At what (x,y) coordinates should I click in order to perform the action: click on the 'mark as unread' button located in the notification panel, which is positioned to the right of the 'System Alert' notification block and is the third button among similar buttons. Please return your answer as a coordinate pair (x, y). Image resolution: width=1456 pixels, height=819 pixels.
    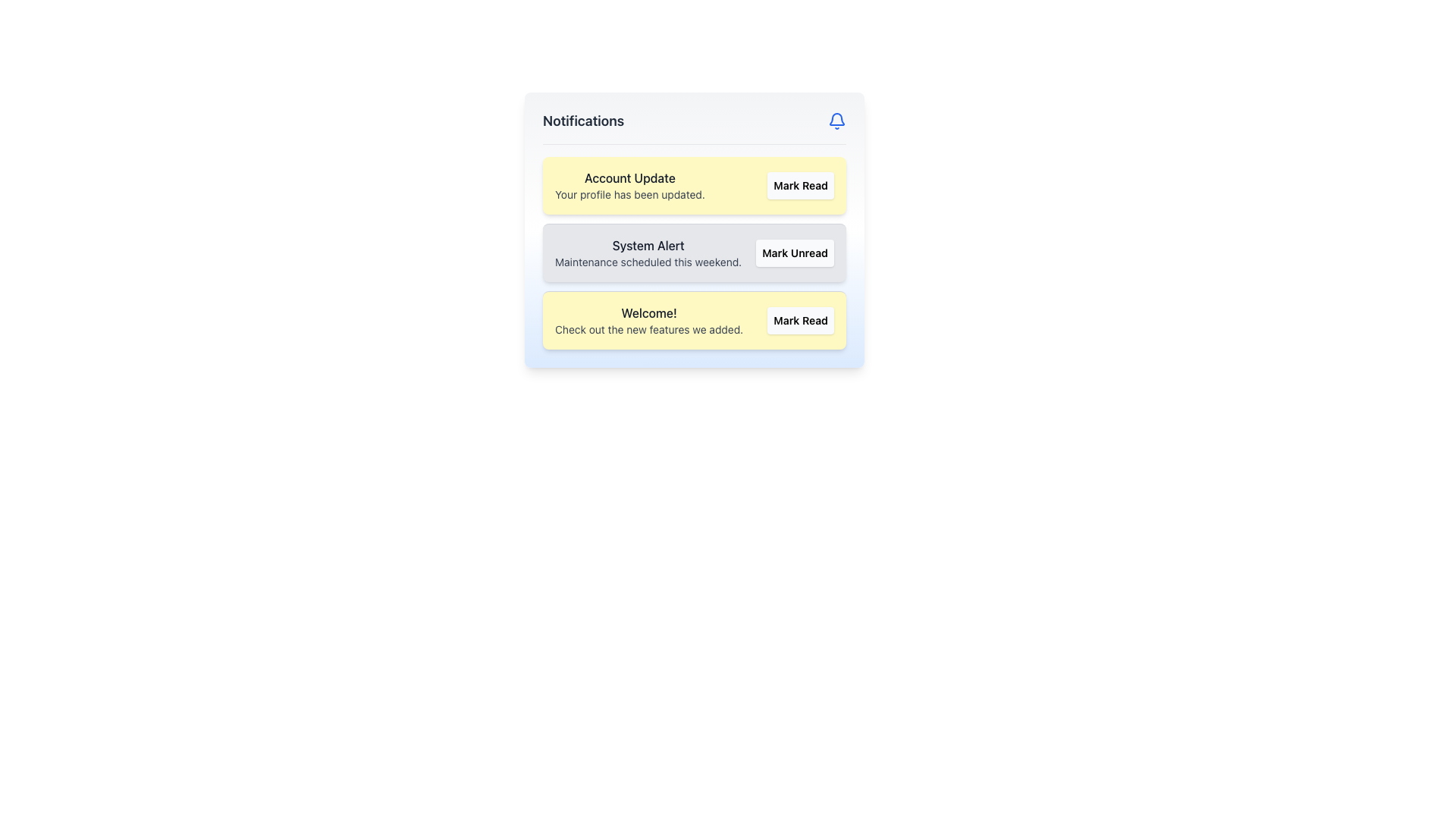
    Looking at the image, I should click on (794, 253).